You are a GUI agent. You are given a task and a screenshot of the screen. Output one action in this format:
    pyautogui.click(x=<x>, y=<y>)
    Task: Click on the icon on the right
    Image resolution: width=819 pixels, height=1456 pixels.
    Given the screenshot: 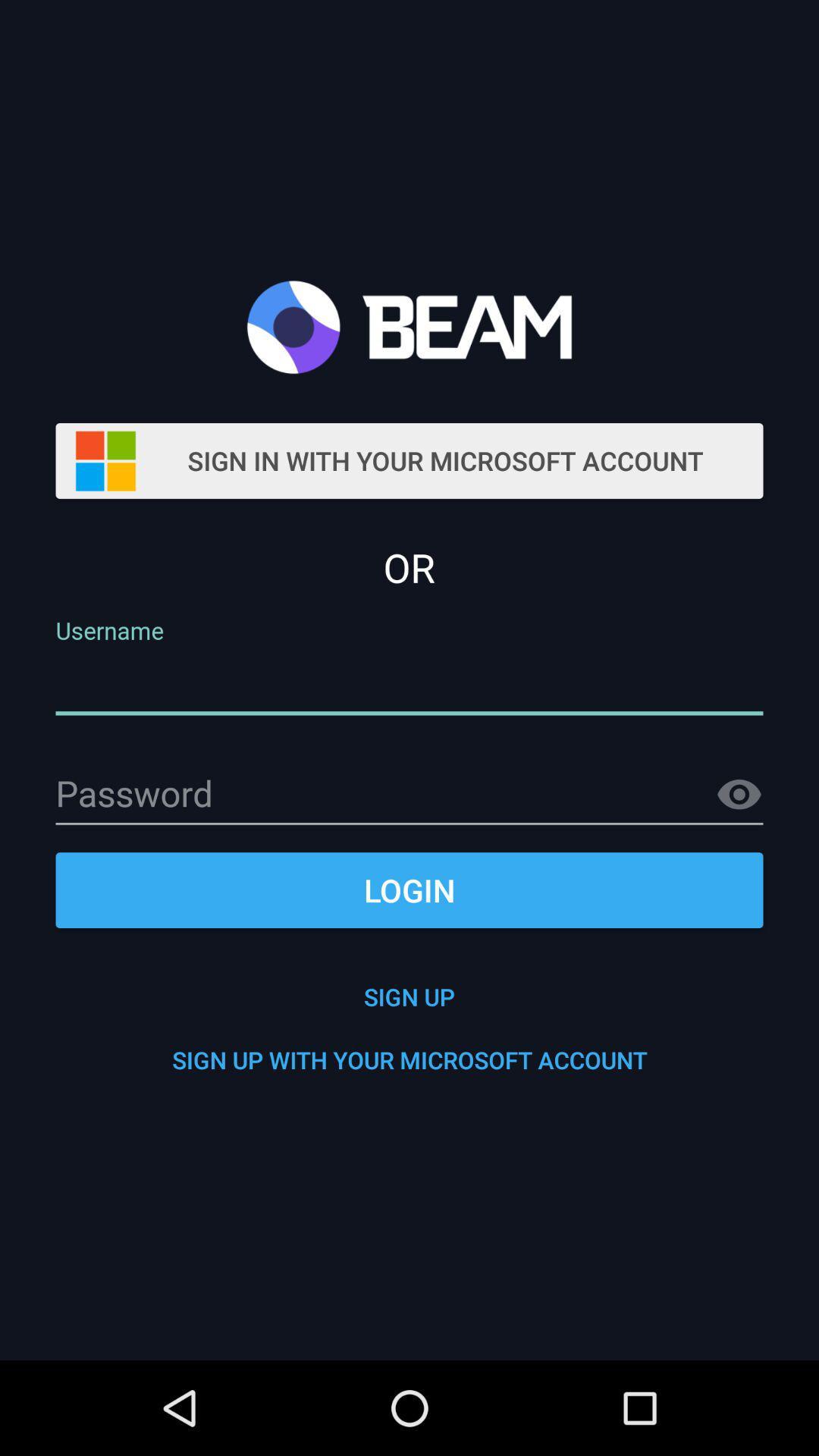 What is the action you would take?
    pyautogui.click(x=739, y=794)
    